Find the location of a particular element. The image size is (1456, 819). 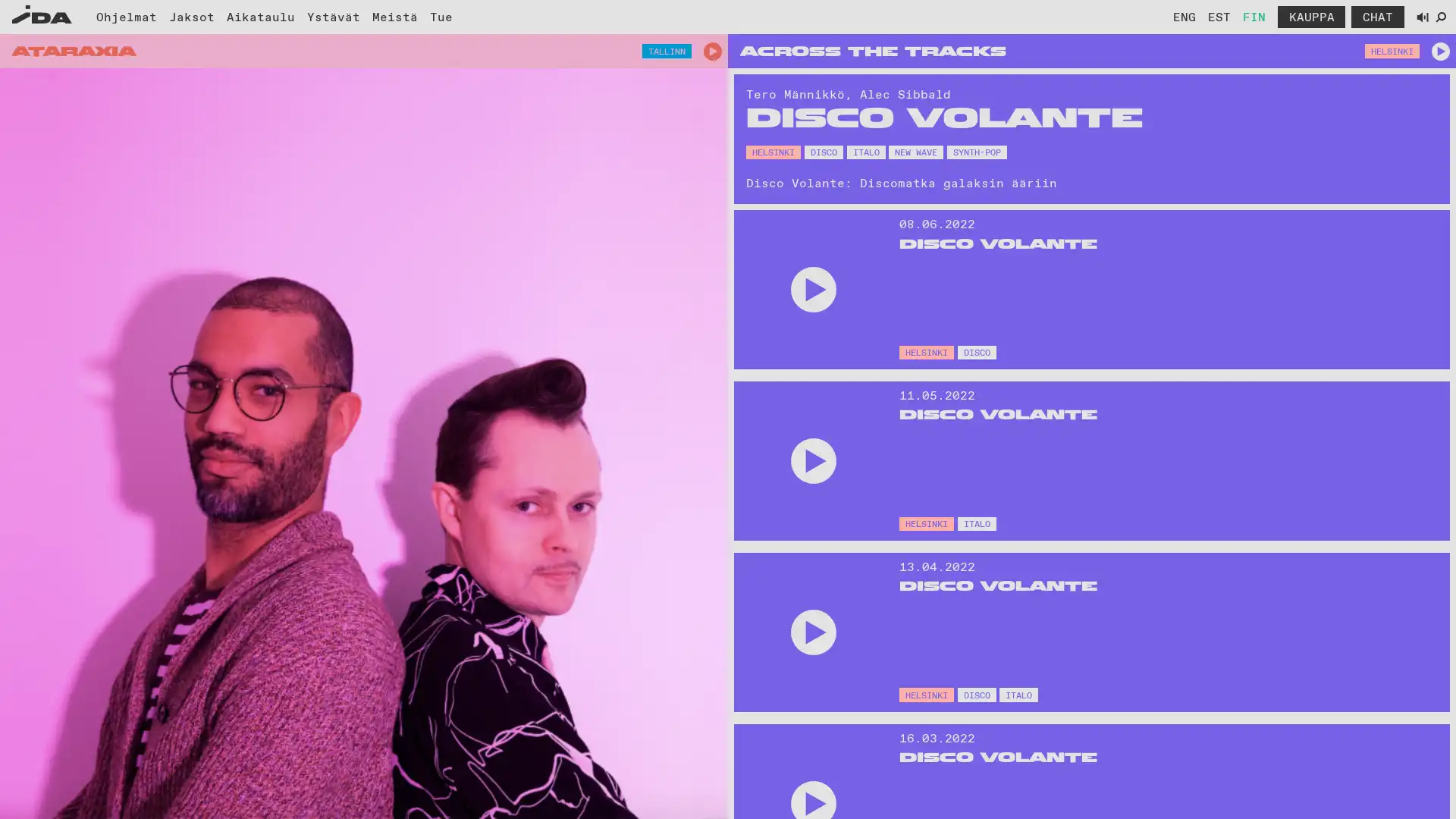

Play is located at coordinates (811, 289).